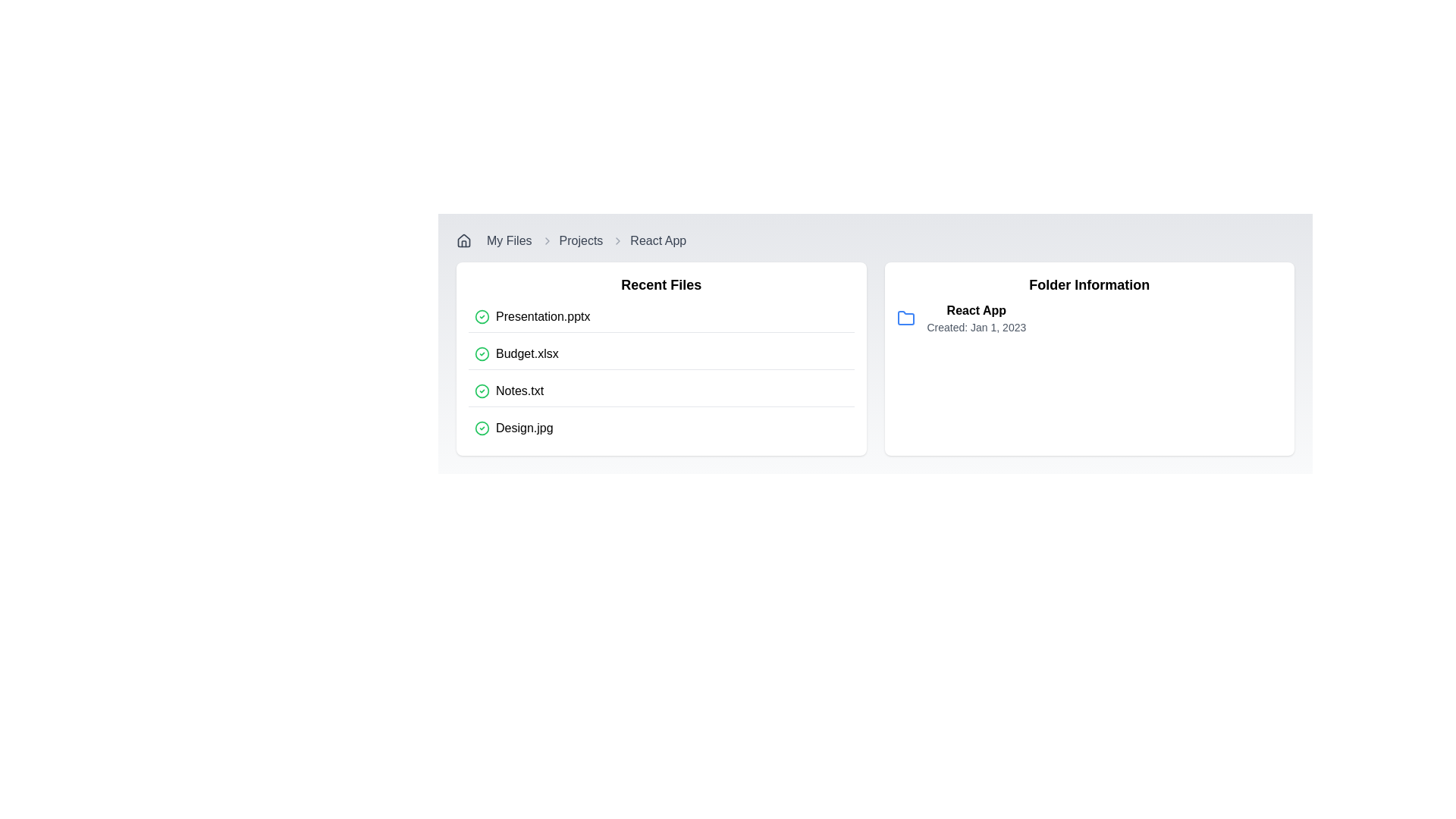 The height and width of the screenshot is (819, 1456). What do you see at coordinates (463, 240) in the screenshot?
I see `the home navigation button icon located at the top-left of the layout, which is the first item in the breadcrumb navigation bar` at bounding box center [463, 240].